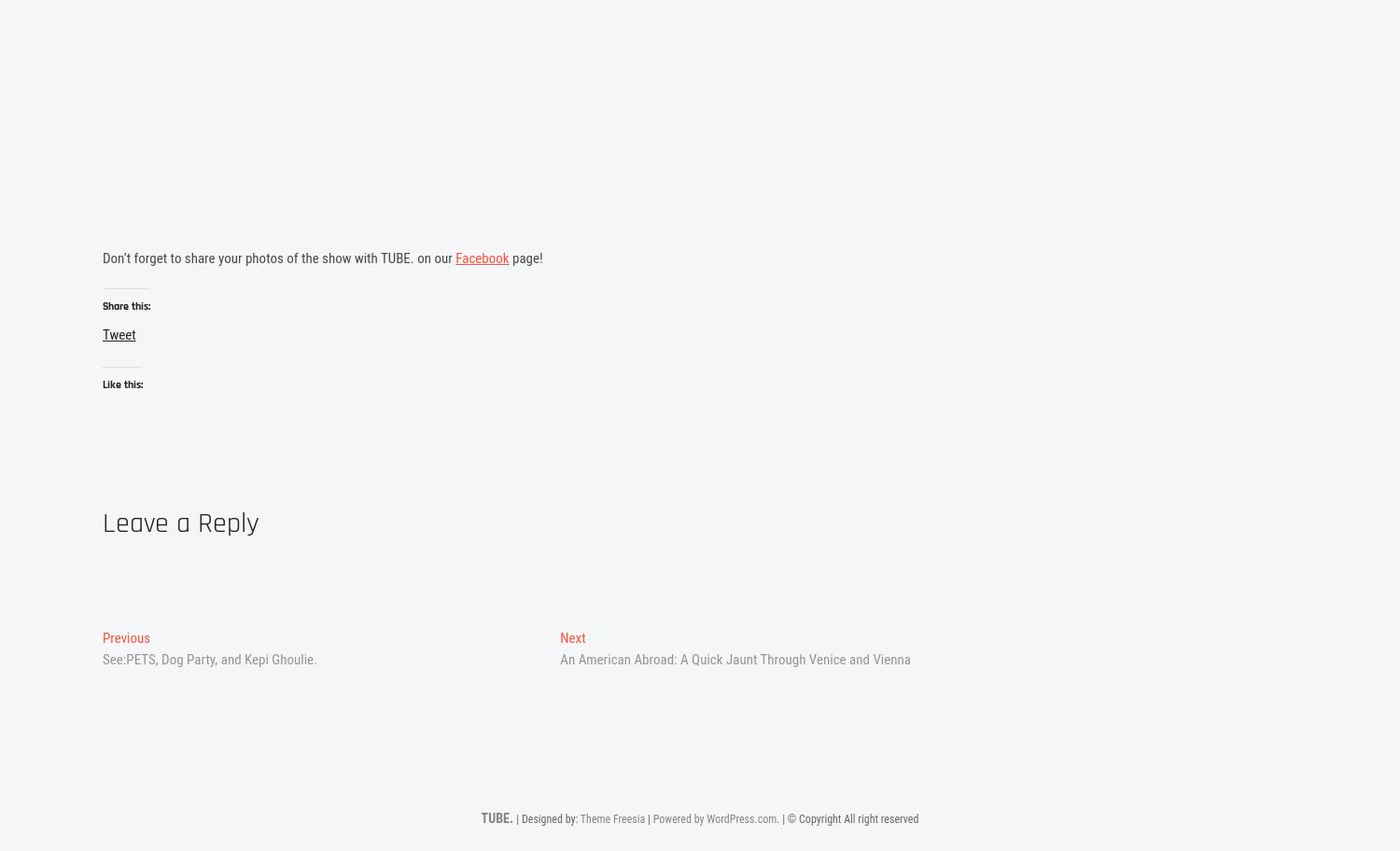 The image size is (1400, 851). Describe the element at coordinates (559, 641) in the screenshot. I see `'Next'` at that location.